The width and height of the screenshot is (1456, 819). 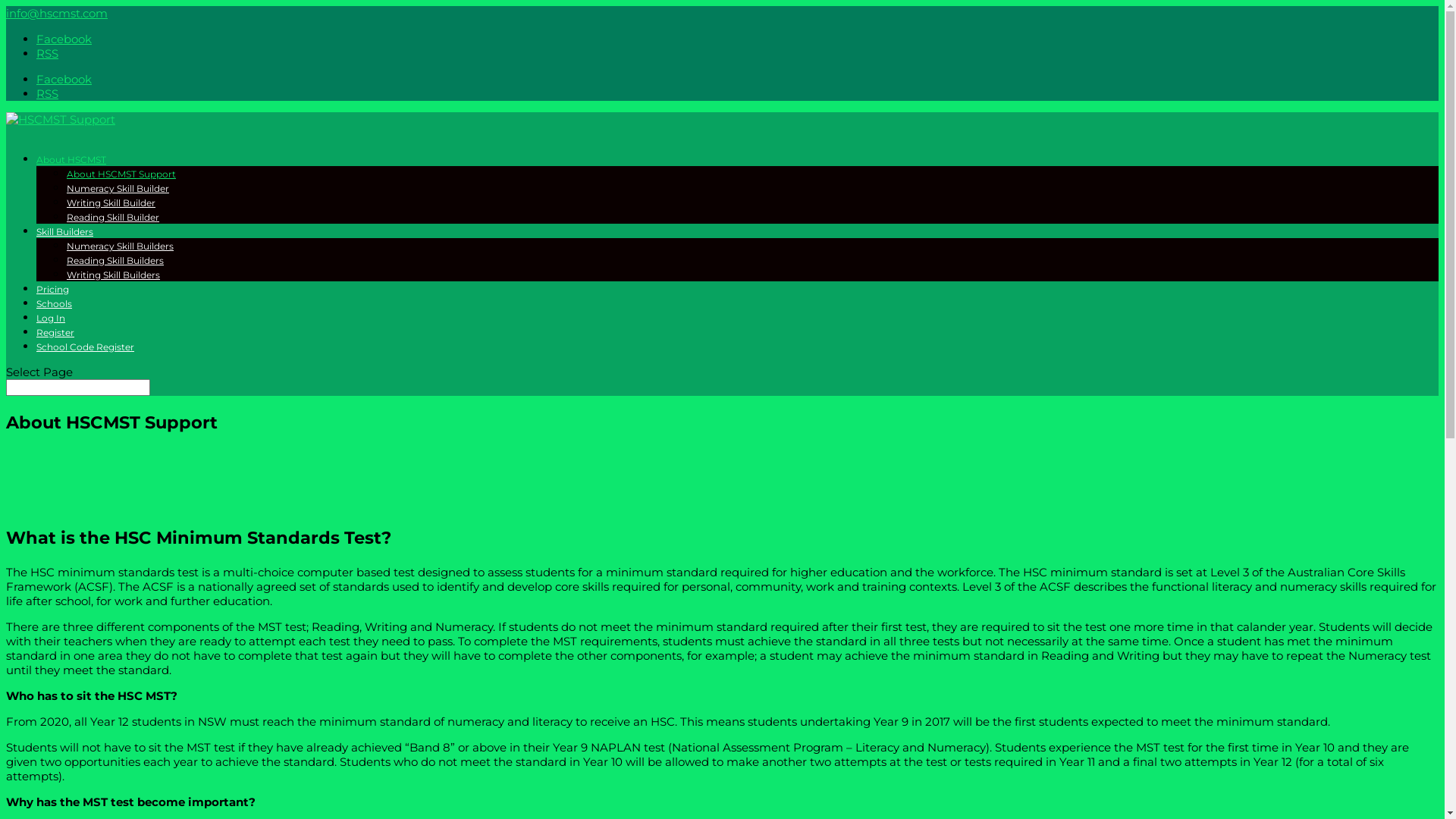 What do you see at coordinates (36, 79) in the screenshot?
I see `'Facebook'` at bounding box center [36, 79].